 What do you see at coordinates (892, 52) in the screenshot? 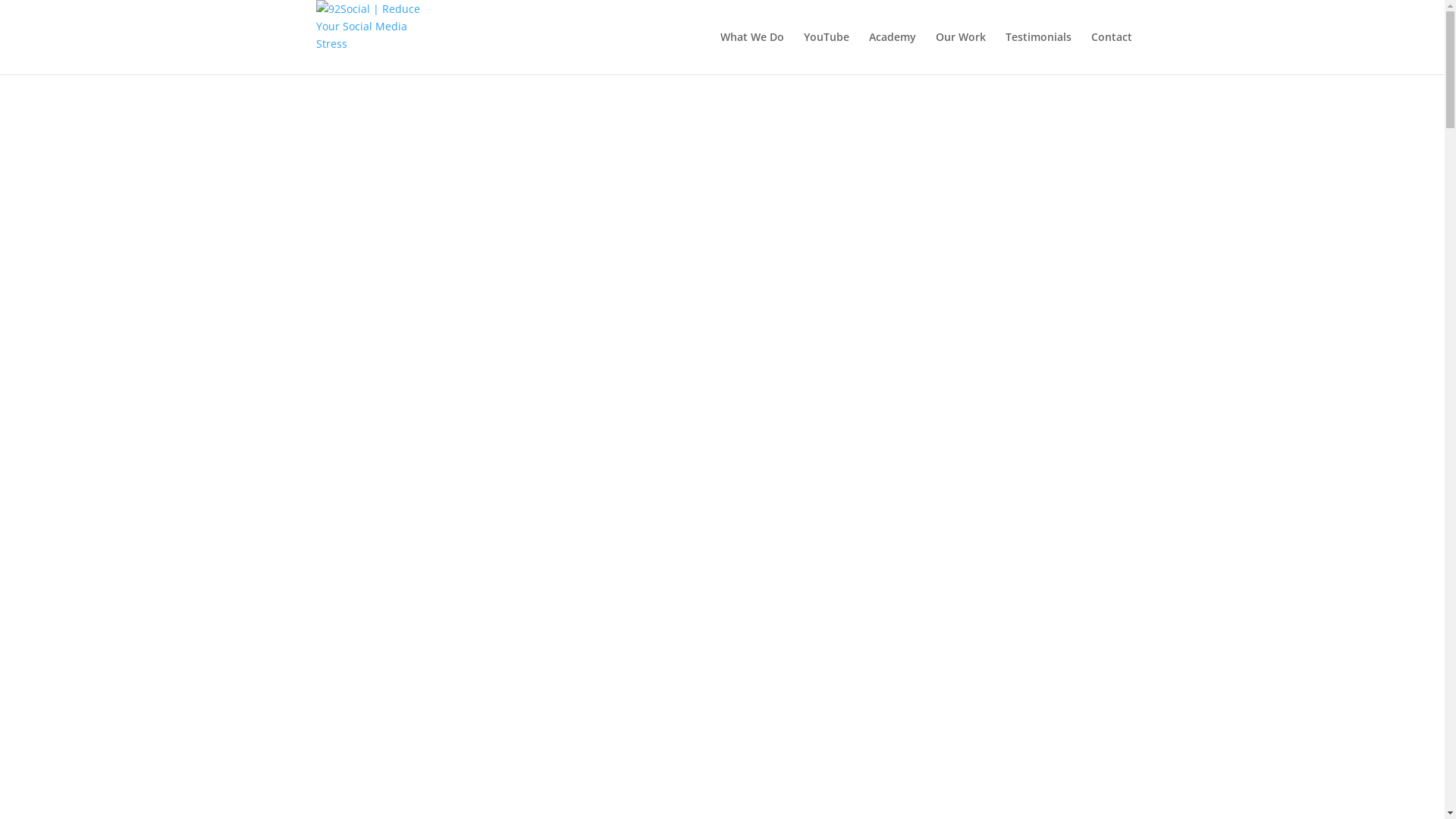
I see `'Academy'` at bounding box center [892, 52].